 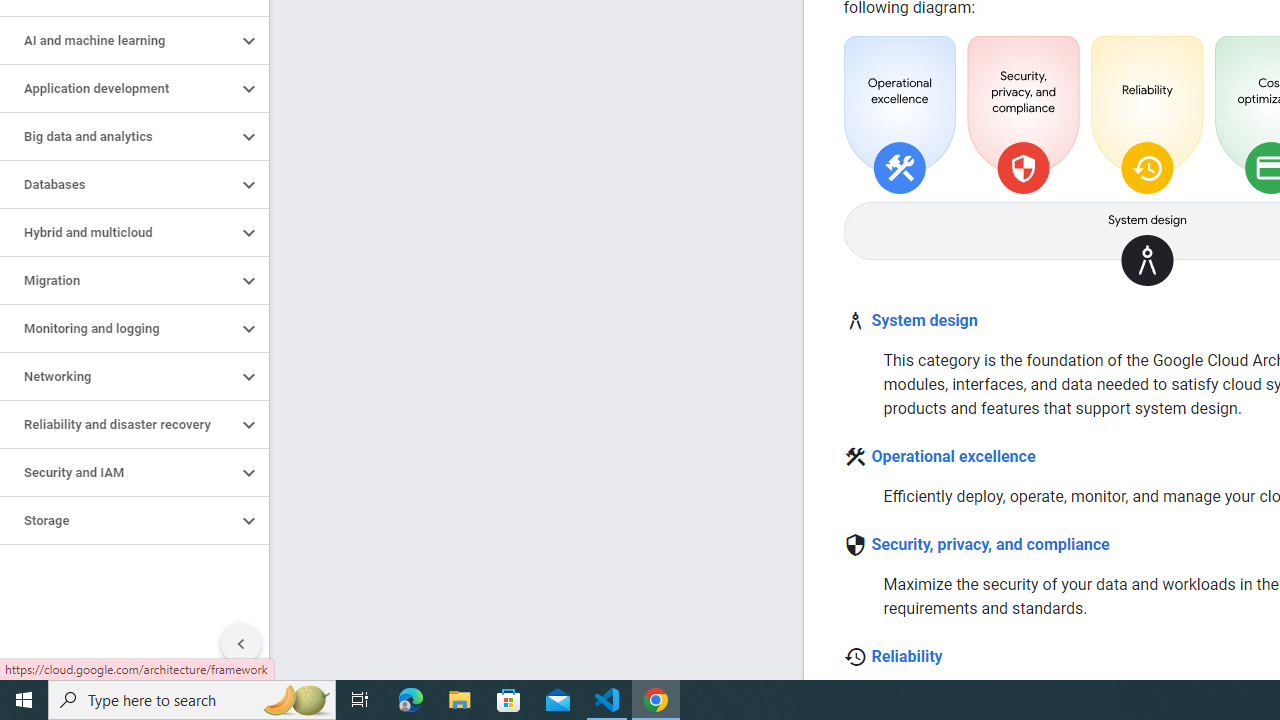 I want to click on 'Operational excellence', so click(x=951, y=457).